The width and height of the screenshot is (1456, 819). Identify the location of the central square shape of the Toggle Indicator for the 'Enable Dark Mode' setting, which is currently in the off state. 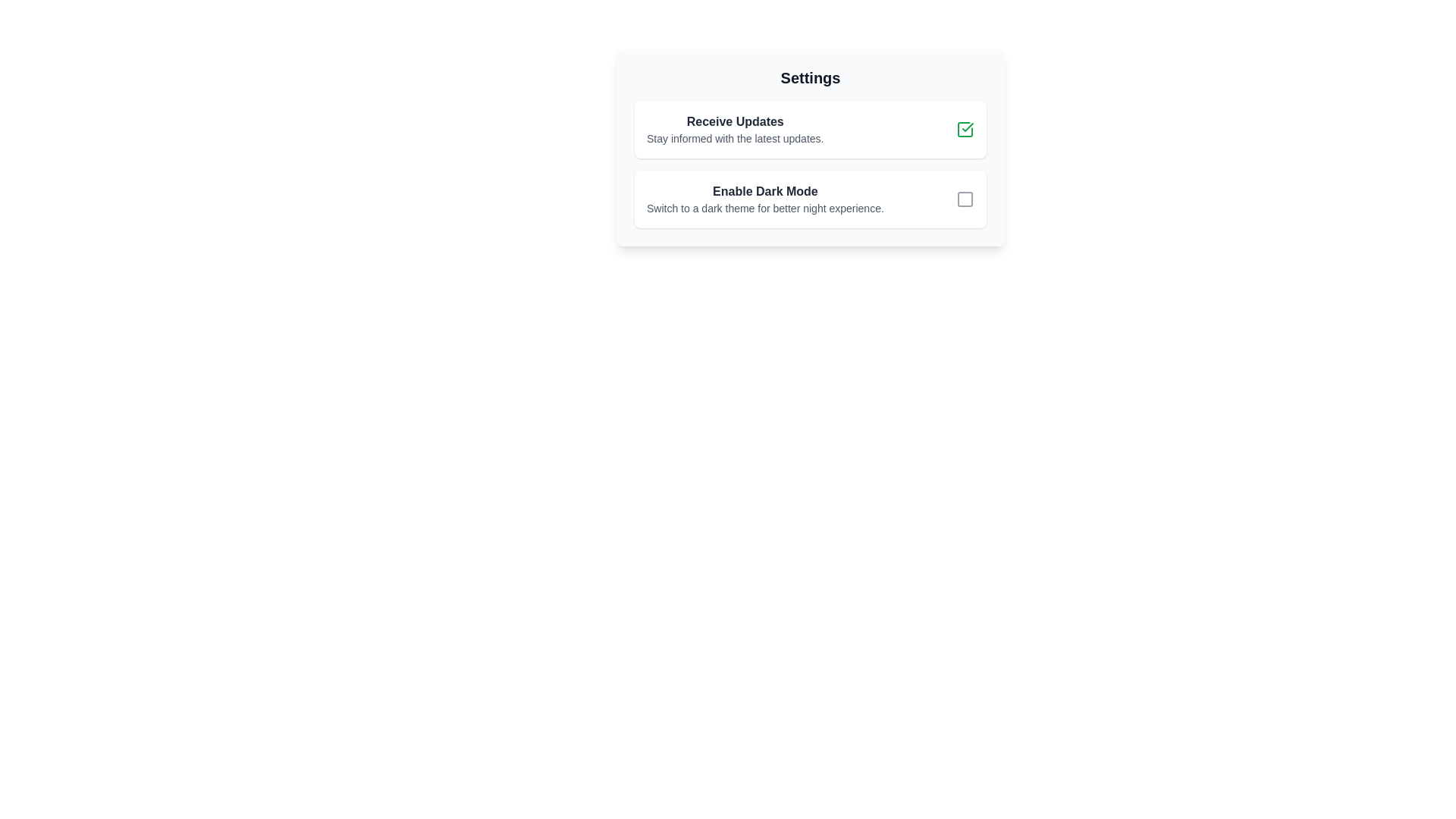
(964, 198).